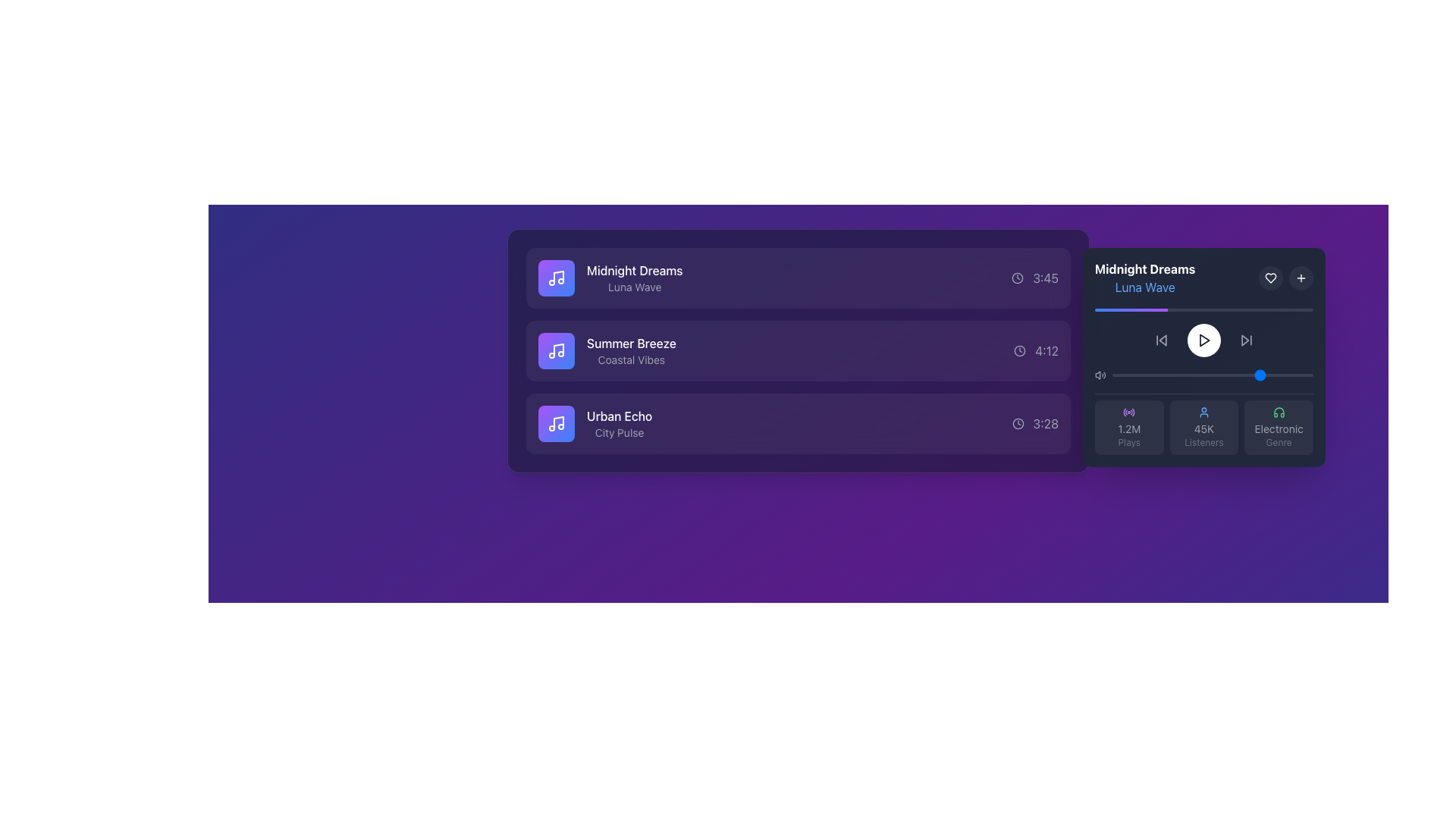 The image size is (1456, 819). I want to click on the slider, so click(1296, 375).